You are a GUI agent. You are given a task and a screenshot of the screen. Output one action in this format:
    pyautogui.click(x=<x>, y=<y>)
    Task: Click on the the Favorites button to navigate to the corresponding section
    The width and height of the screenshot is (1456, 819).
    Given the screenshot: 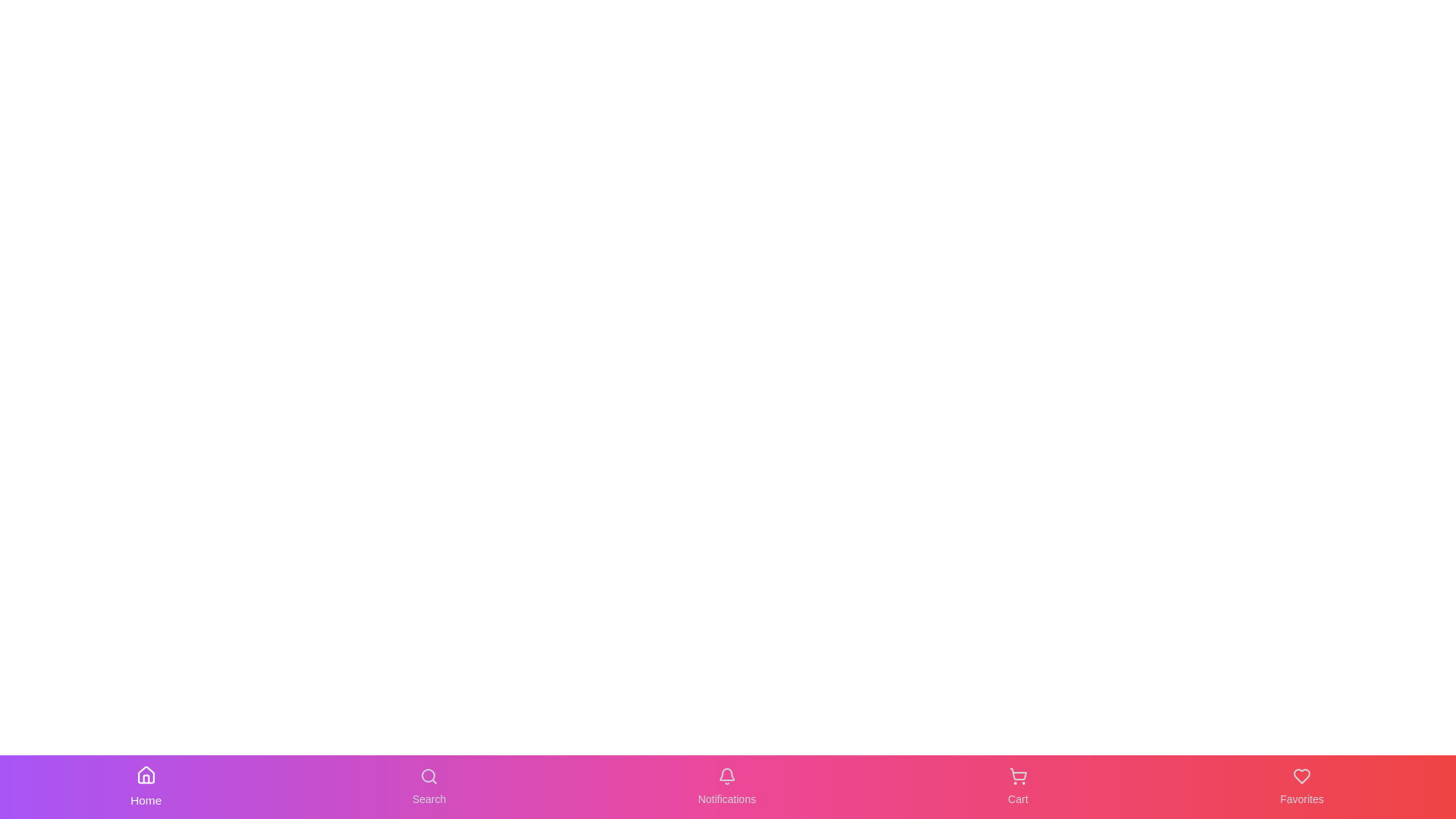 What is the action you would take?
    pyautogui.click(x=1301, y=786)
    